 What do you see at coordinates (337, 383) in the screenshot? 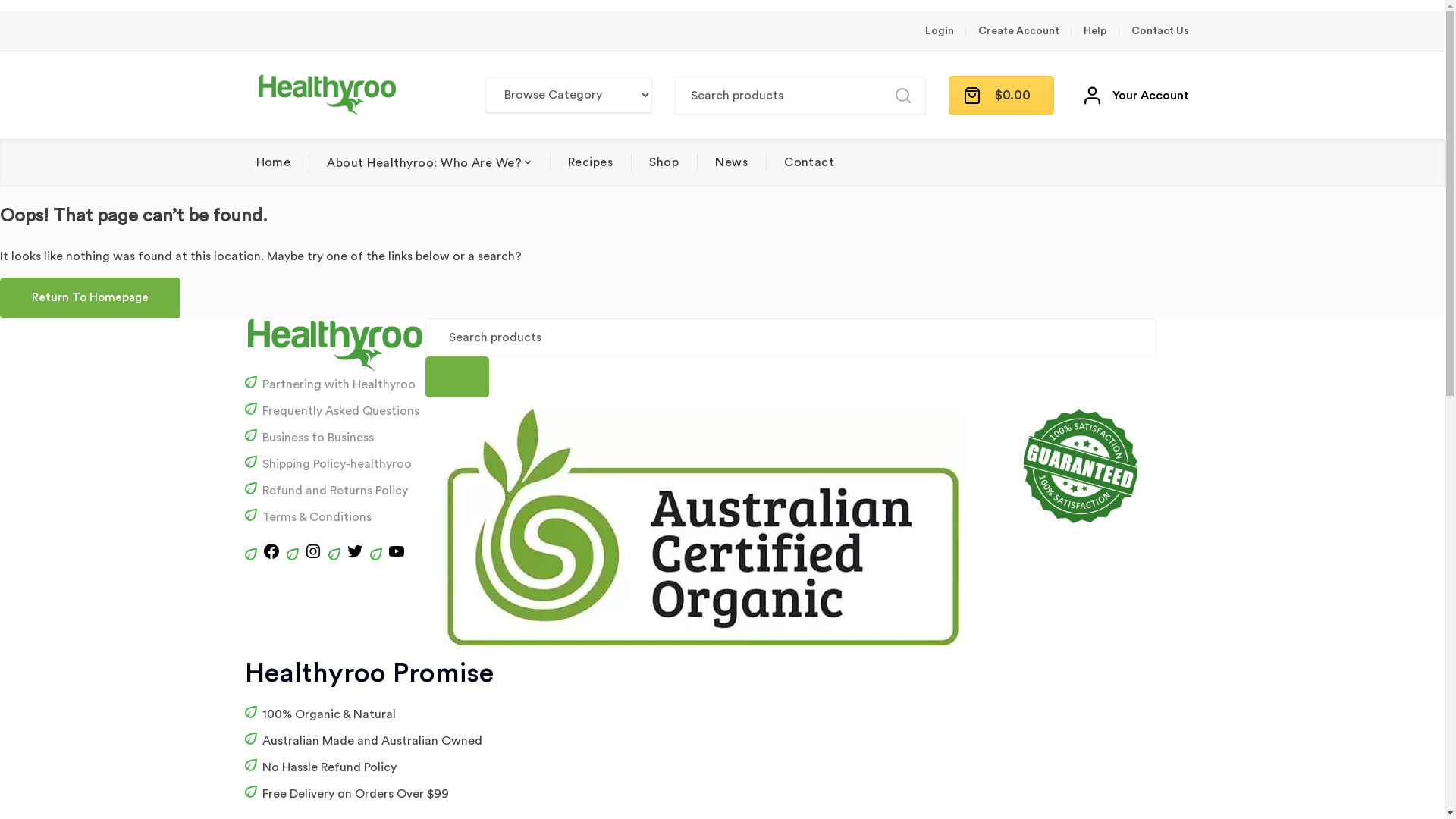
I see `'Partnering with Healthyroo'` at bounding box center [337, 383].